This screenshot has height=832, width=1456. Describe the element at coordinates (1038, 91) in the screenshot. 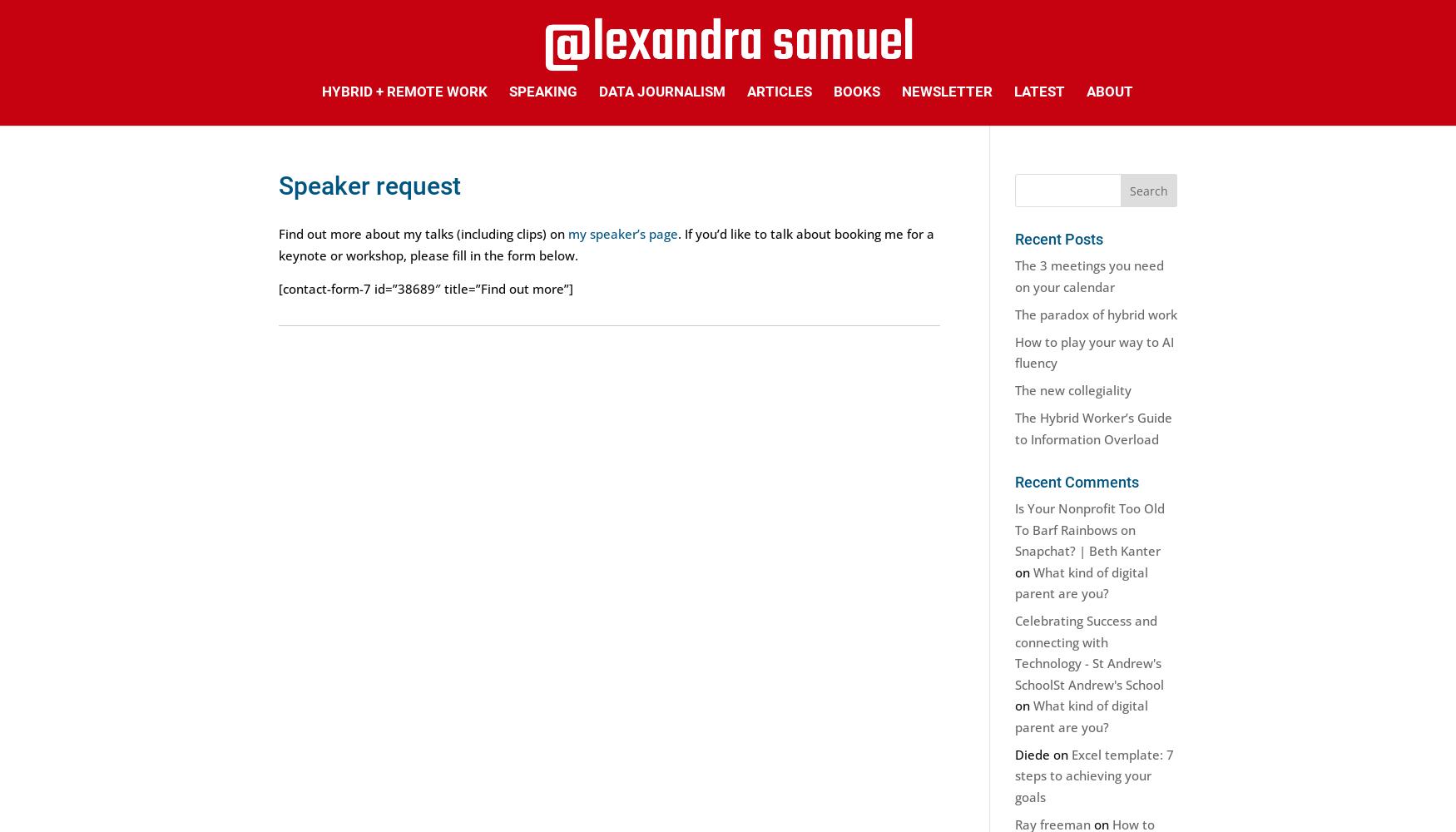

I see `'Latest'` at that location.